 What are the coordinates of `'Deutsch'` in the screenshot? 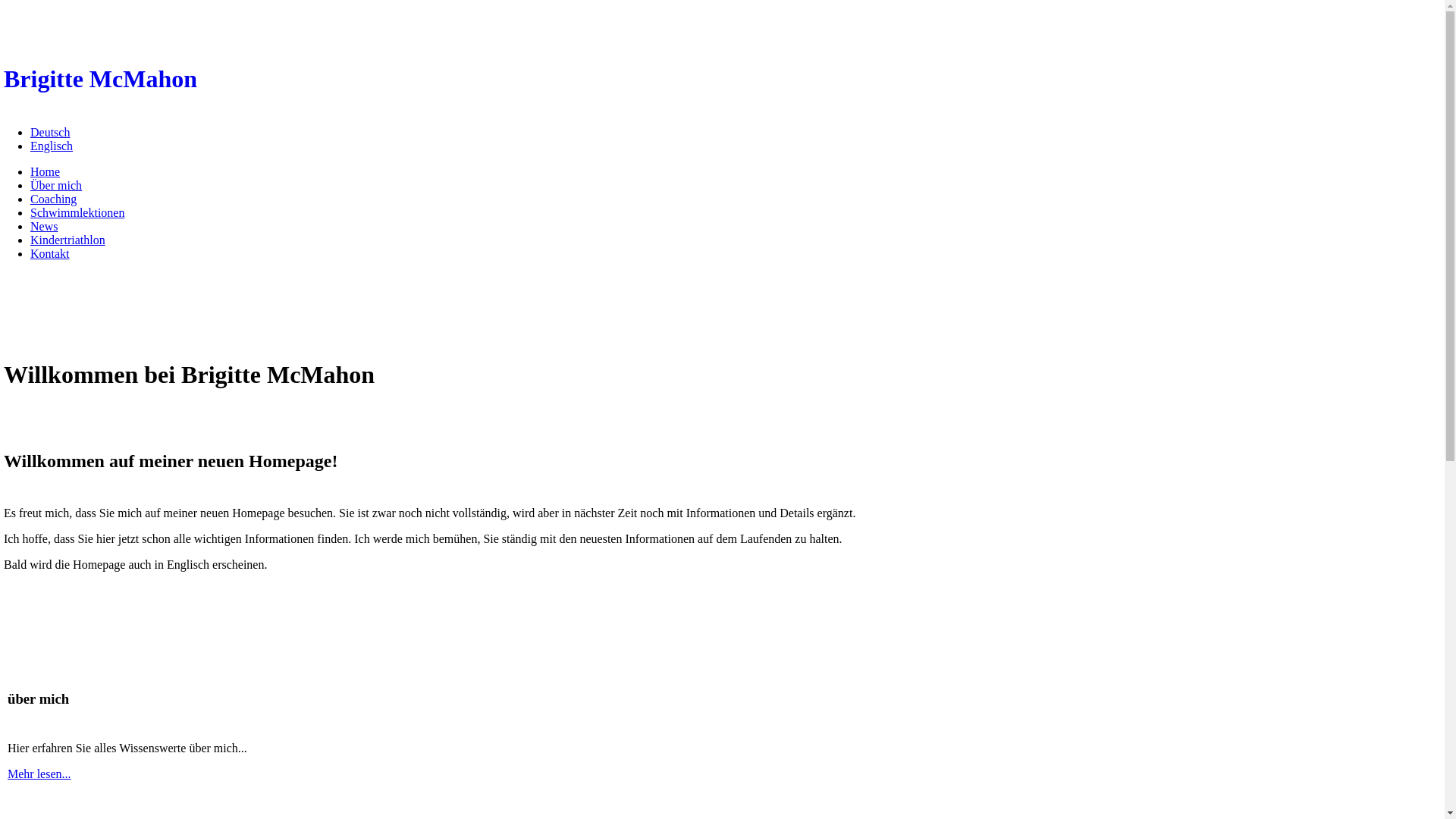 It's located at (50, 131).